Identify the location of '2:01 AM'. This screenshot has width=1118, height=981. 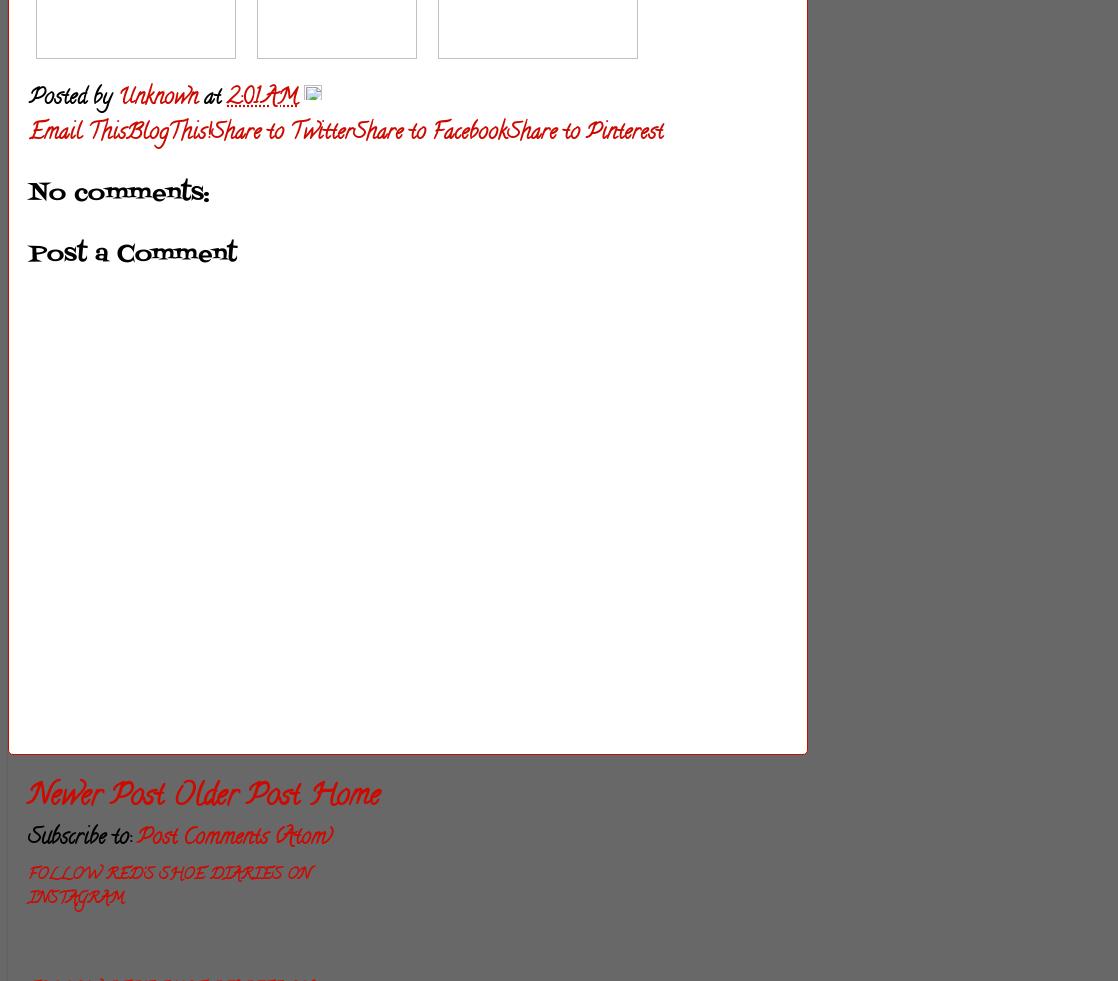
(262, 97).